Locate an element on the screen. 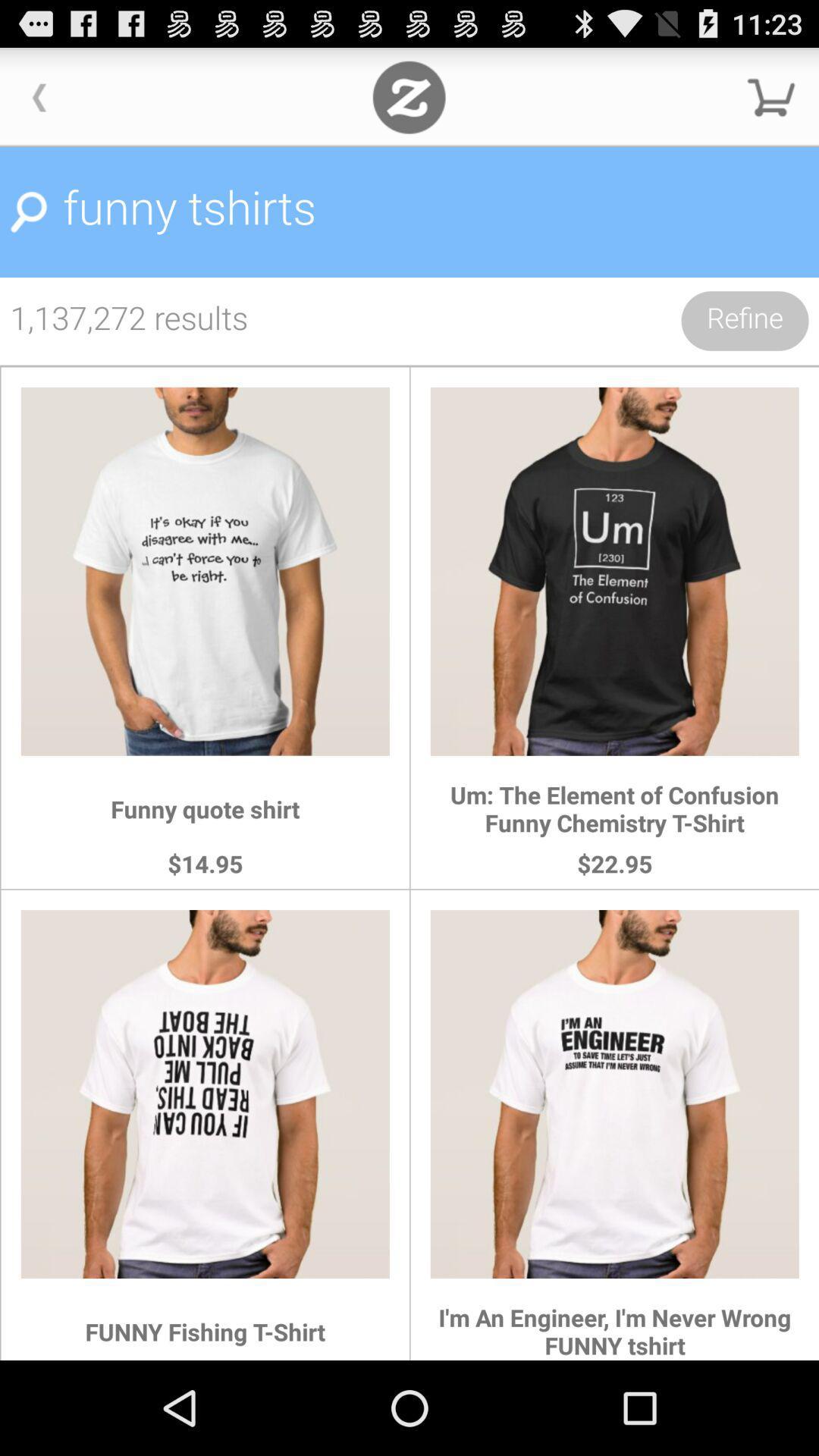 The width and height of the screenshot is (819, 1456). the cart icon is located at coordinates (771, 103).